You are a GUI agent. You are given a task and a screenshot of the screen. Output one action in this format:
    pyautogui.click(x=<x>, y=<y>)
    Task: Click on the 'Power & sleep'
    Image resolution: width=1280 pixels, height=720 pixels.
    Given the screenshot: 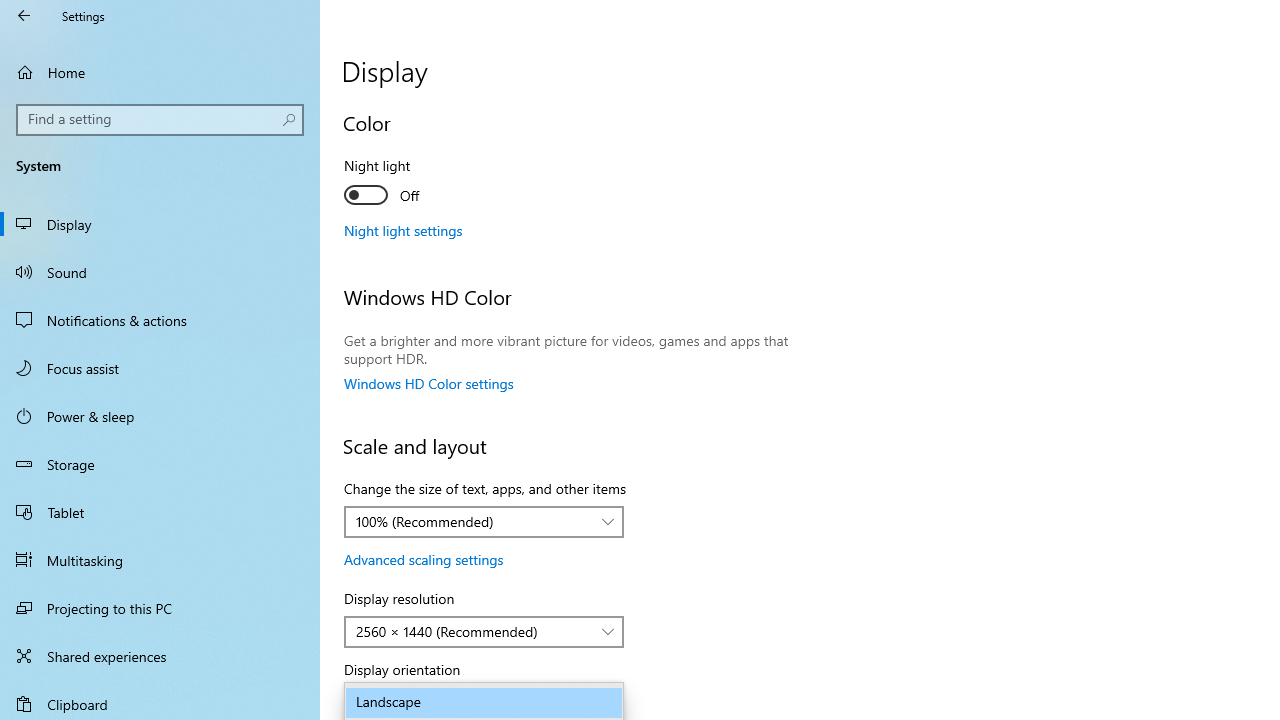 What is the action you would take?
    pyautogui.click(x=160, y=414)
    